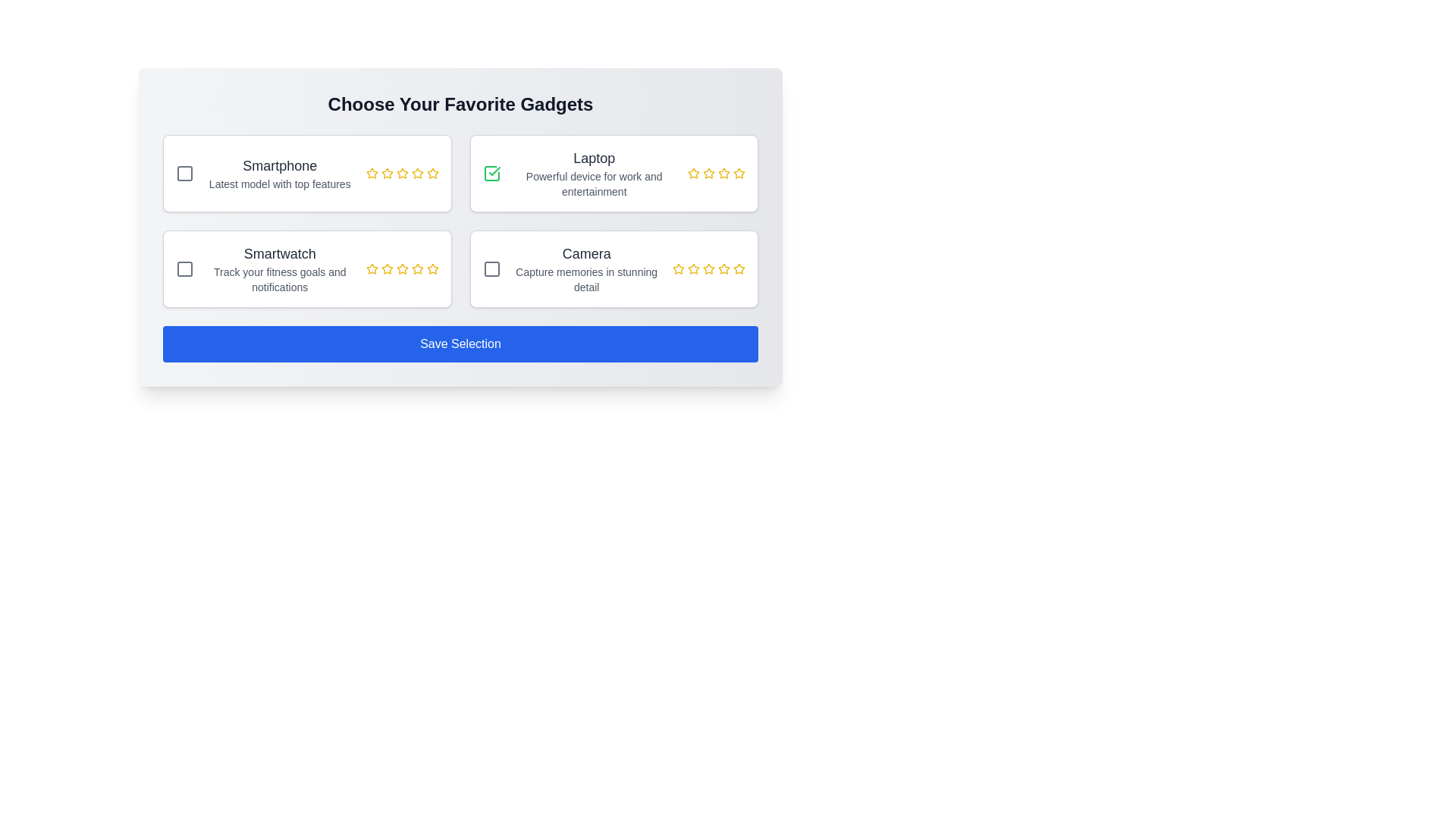  What do you see at coordinates (387, 172) in the screenshot?
I see `the second yellow star-shaped icon in the rating section for the 'Smartphone' option` at bounding box center [387, 172].